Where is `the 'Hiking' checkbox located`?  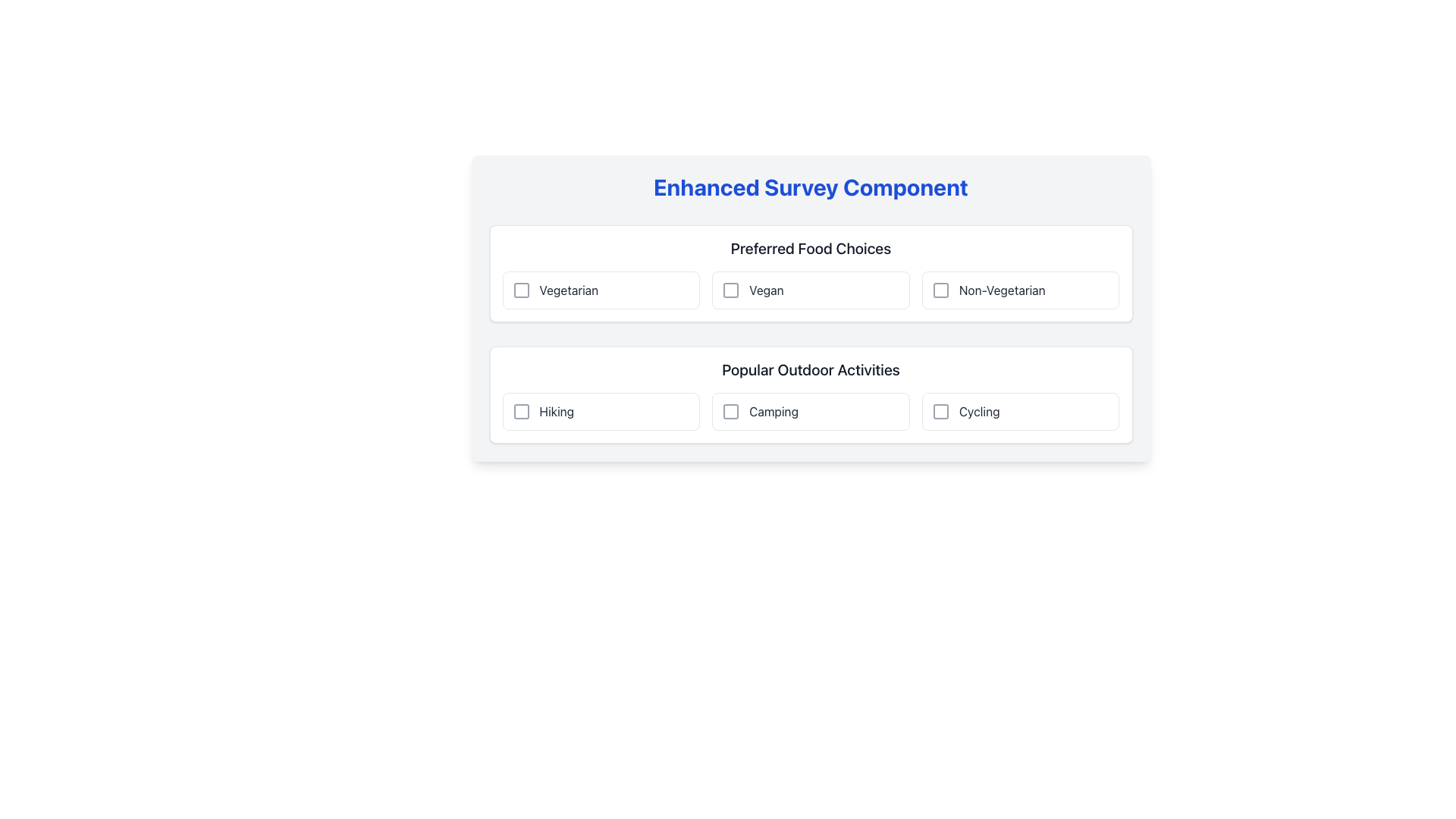
the 'Hiking' checkbox located is located at coordinates (600, 412).